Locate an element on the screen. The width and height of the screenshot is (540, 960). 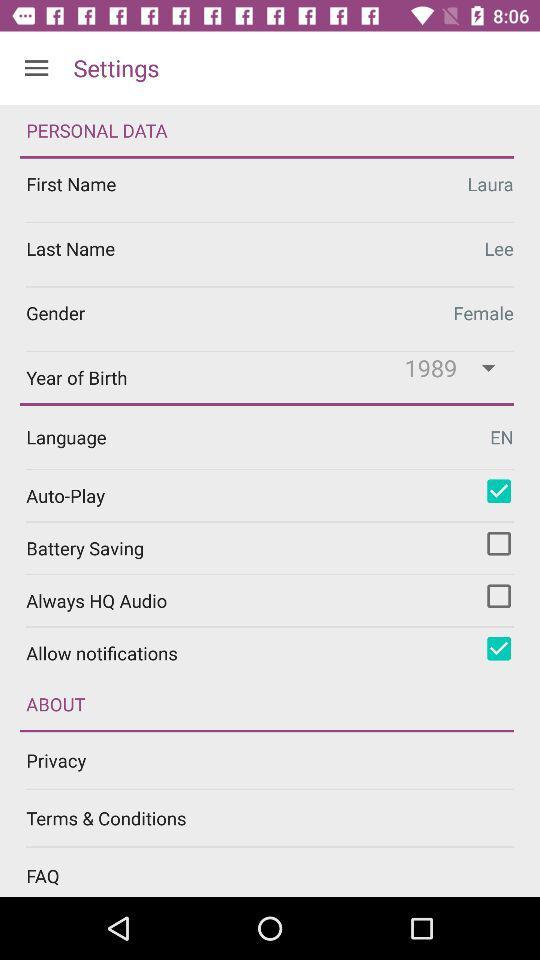
faq is located at coordinates (282, 875).